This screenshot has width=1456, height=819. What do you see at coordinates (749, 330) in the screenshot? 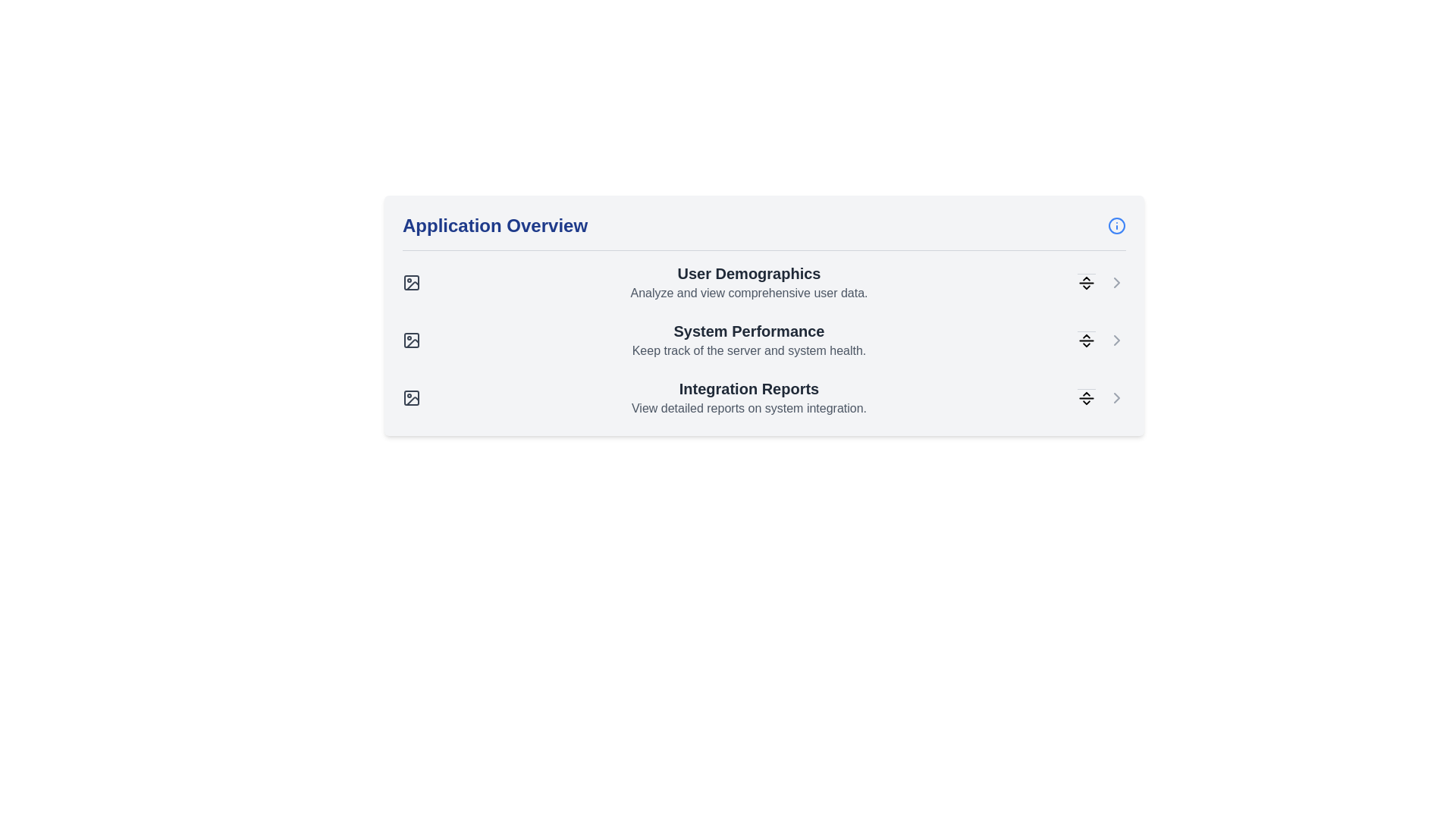
I see `the text element reading 'System Performance', which is styled with a bold, extra-large font and dark gray color, located in the second row of the sections under 'Application Overview'` at bounding box center [749, 330].